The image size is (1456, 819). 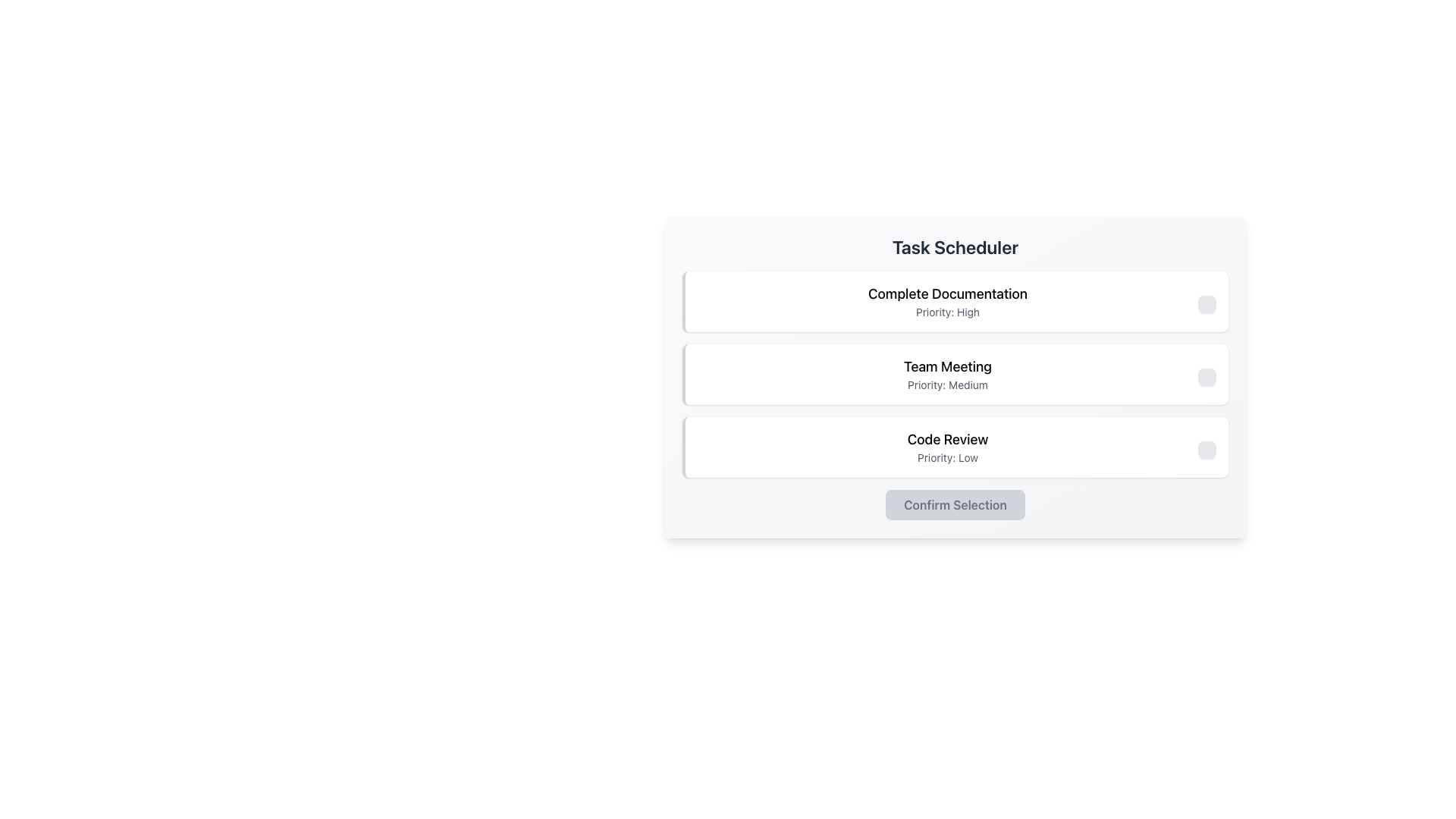 What do you see at coordinates (946, 366) in the screenshot?
I see `the static text header for the task item in the 'Task Scheduler' section, which is positioned directly above 'Priority: Medium'` at bounding box center [946, 366].